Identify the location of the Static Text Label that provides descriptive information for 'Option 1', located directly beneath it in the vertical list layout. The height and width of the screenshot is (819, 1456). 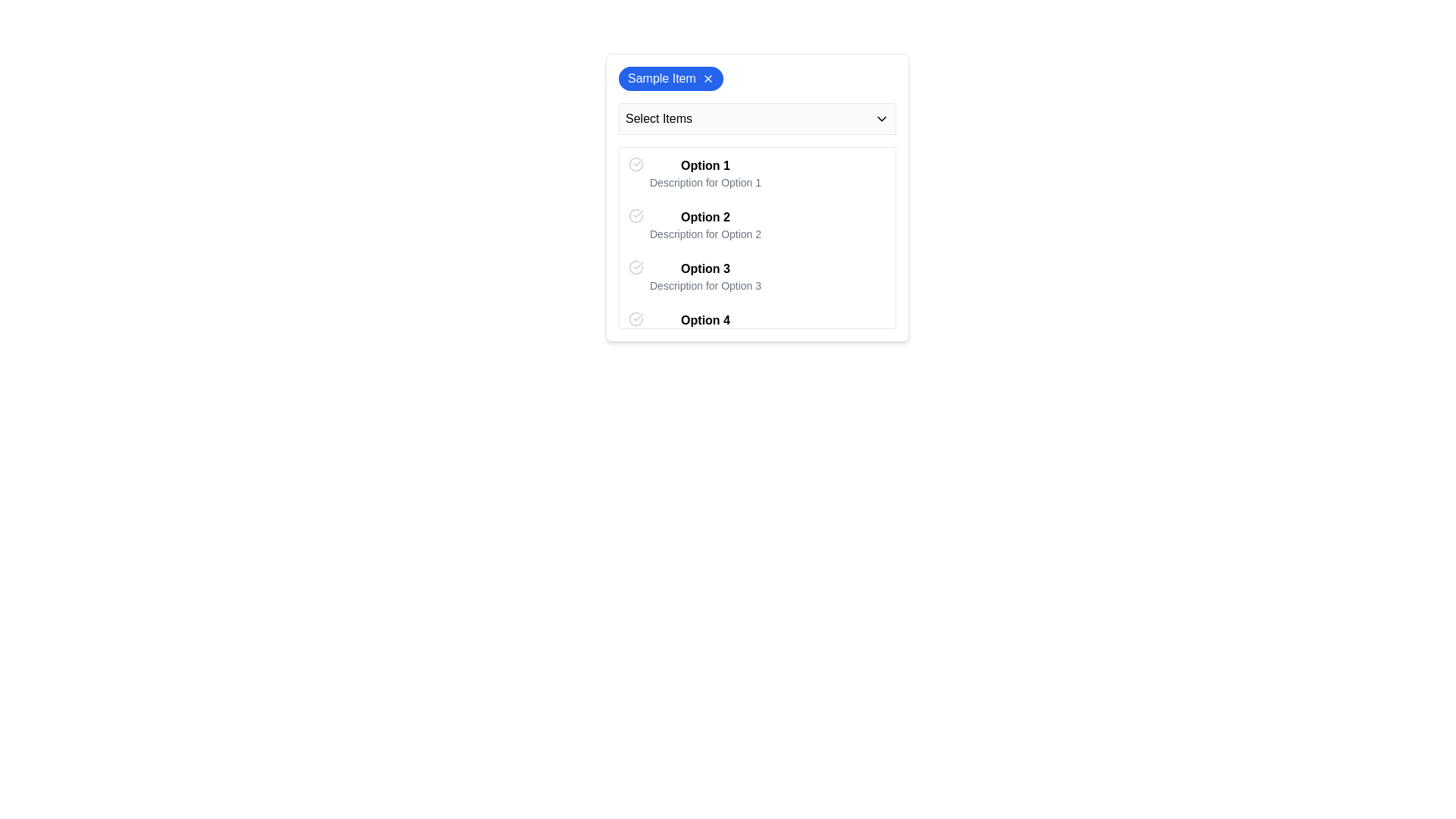
(704, 181).